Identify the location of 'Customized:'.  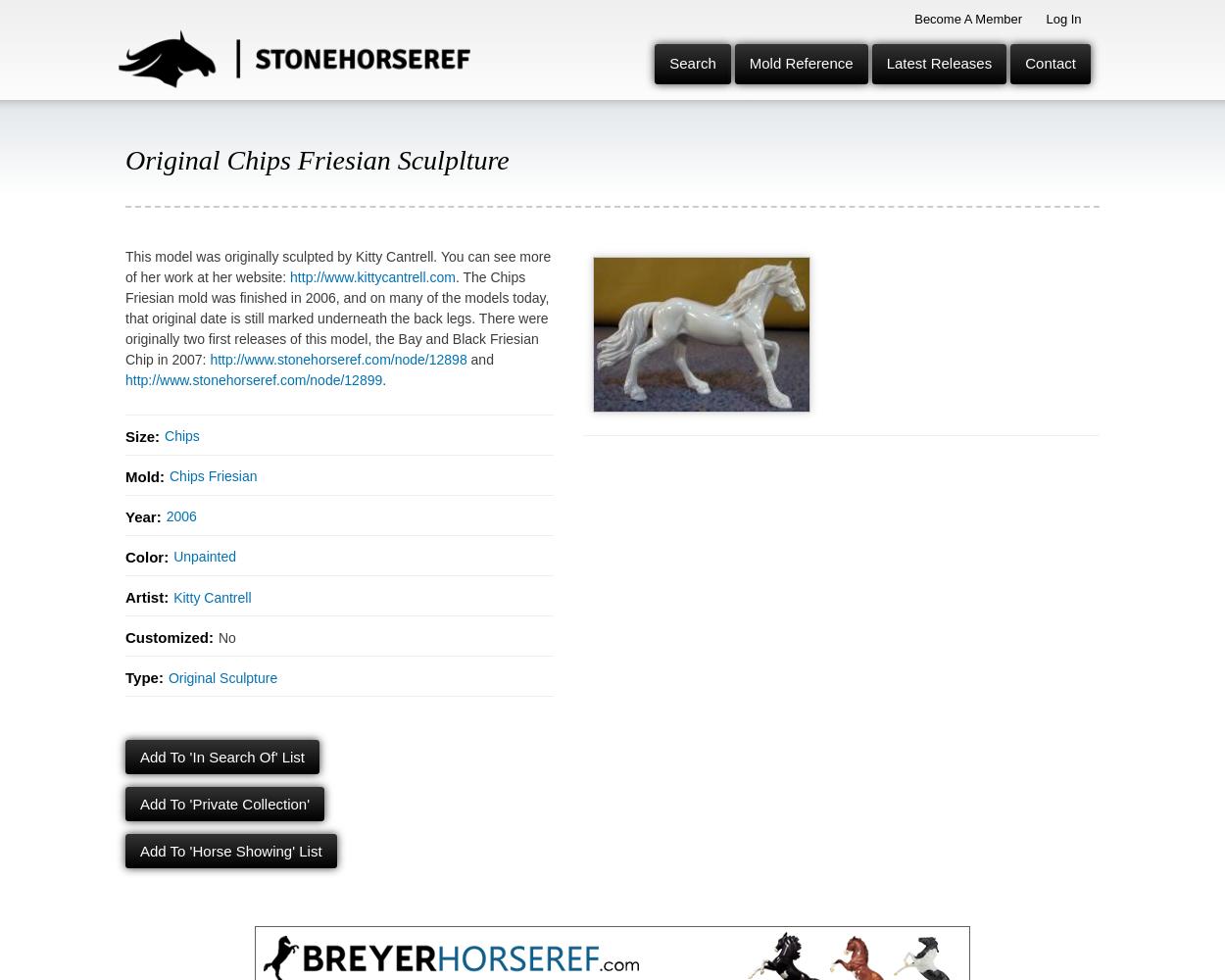
(170, 636).